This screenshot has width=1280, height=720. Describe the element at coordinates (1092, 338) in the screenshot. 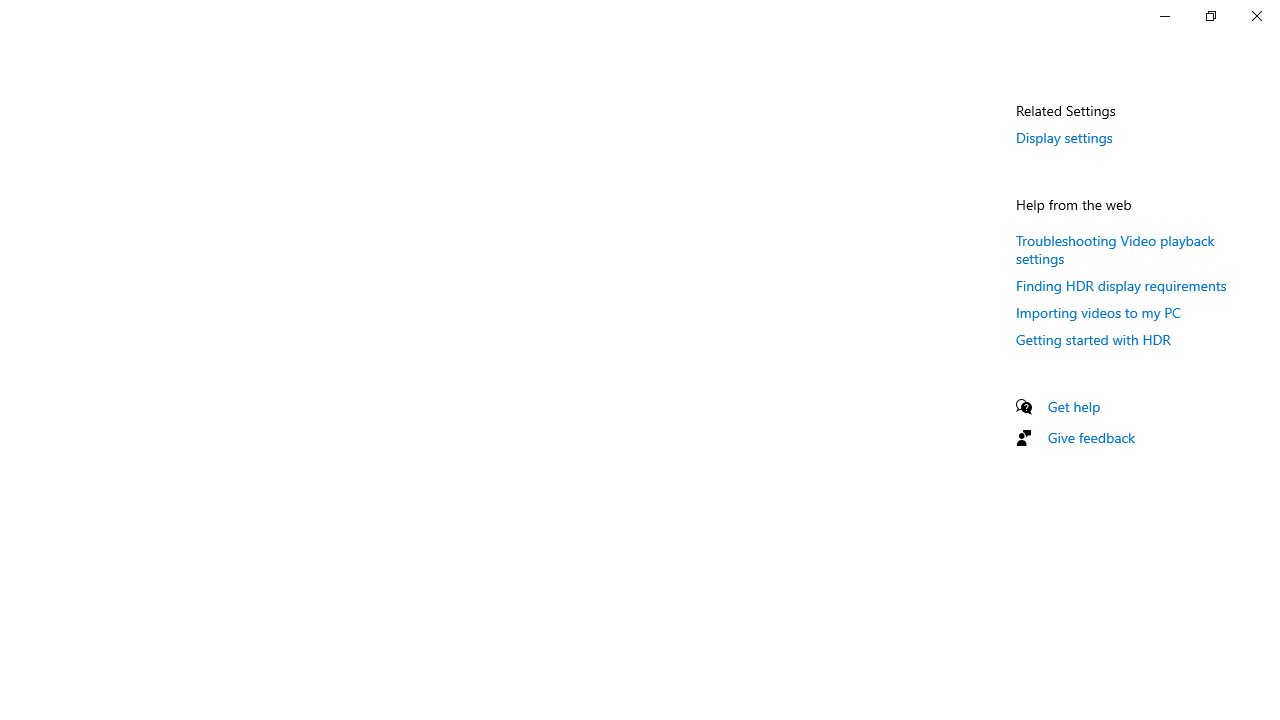

I see `'Getting started with HDR'` at that location.